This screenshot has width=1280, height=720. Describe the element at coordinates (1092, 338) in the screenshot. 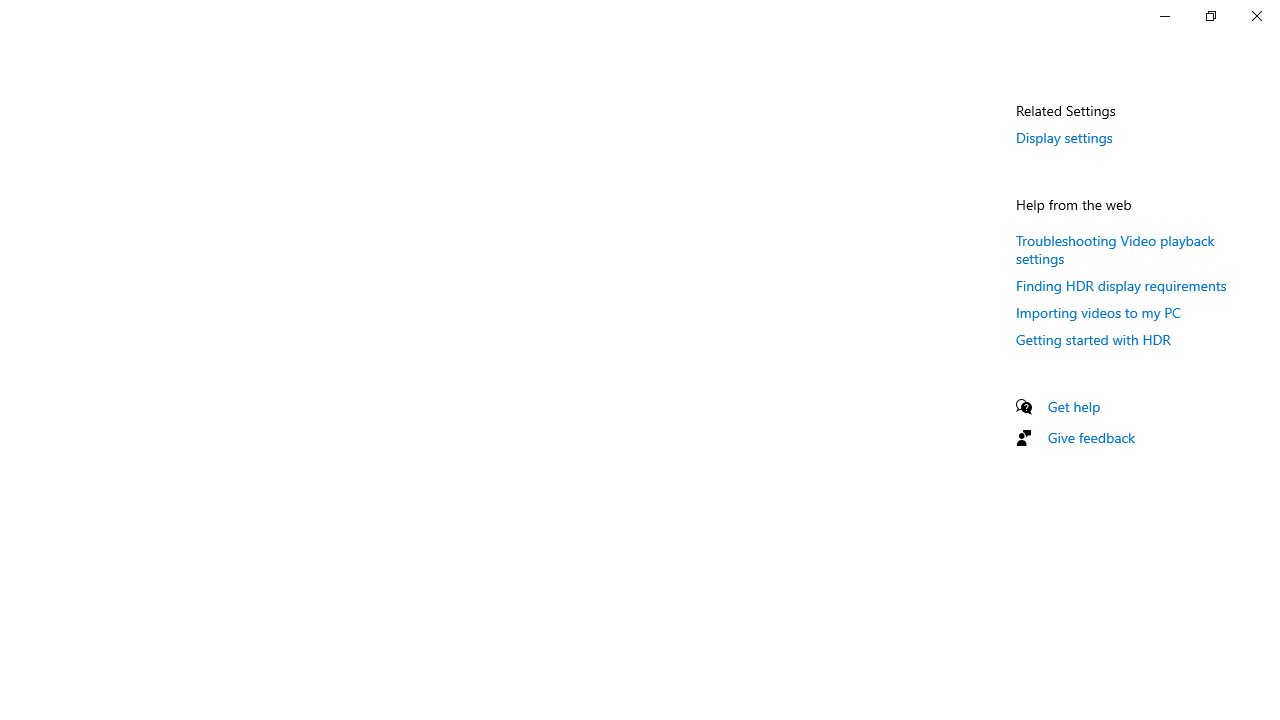

I see `'Getting started with HDR'` at that location.